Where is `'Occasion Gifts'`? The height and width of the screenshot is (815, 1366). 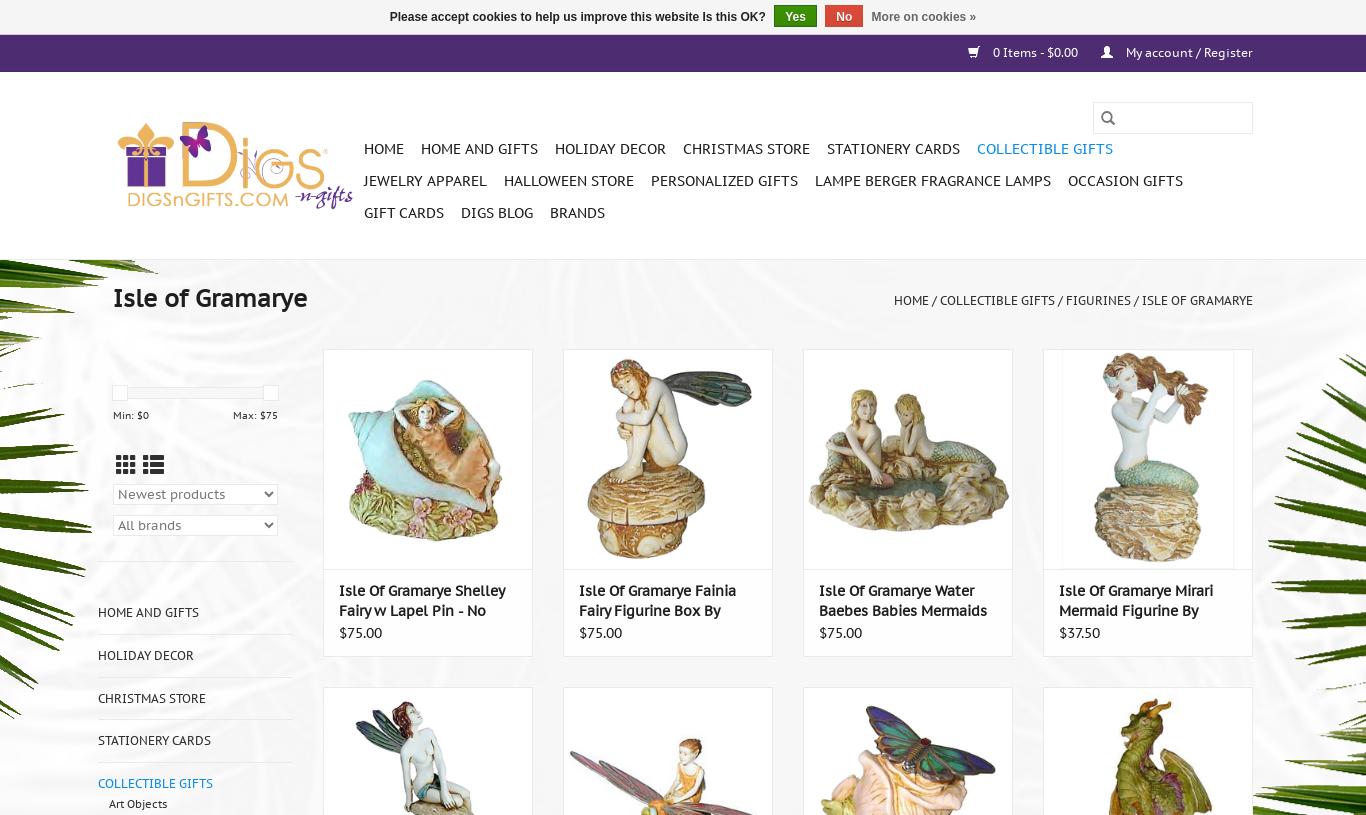 'Occasion Gifts' is located at coordinates (1124, 181).